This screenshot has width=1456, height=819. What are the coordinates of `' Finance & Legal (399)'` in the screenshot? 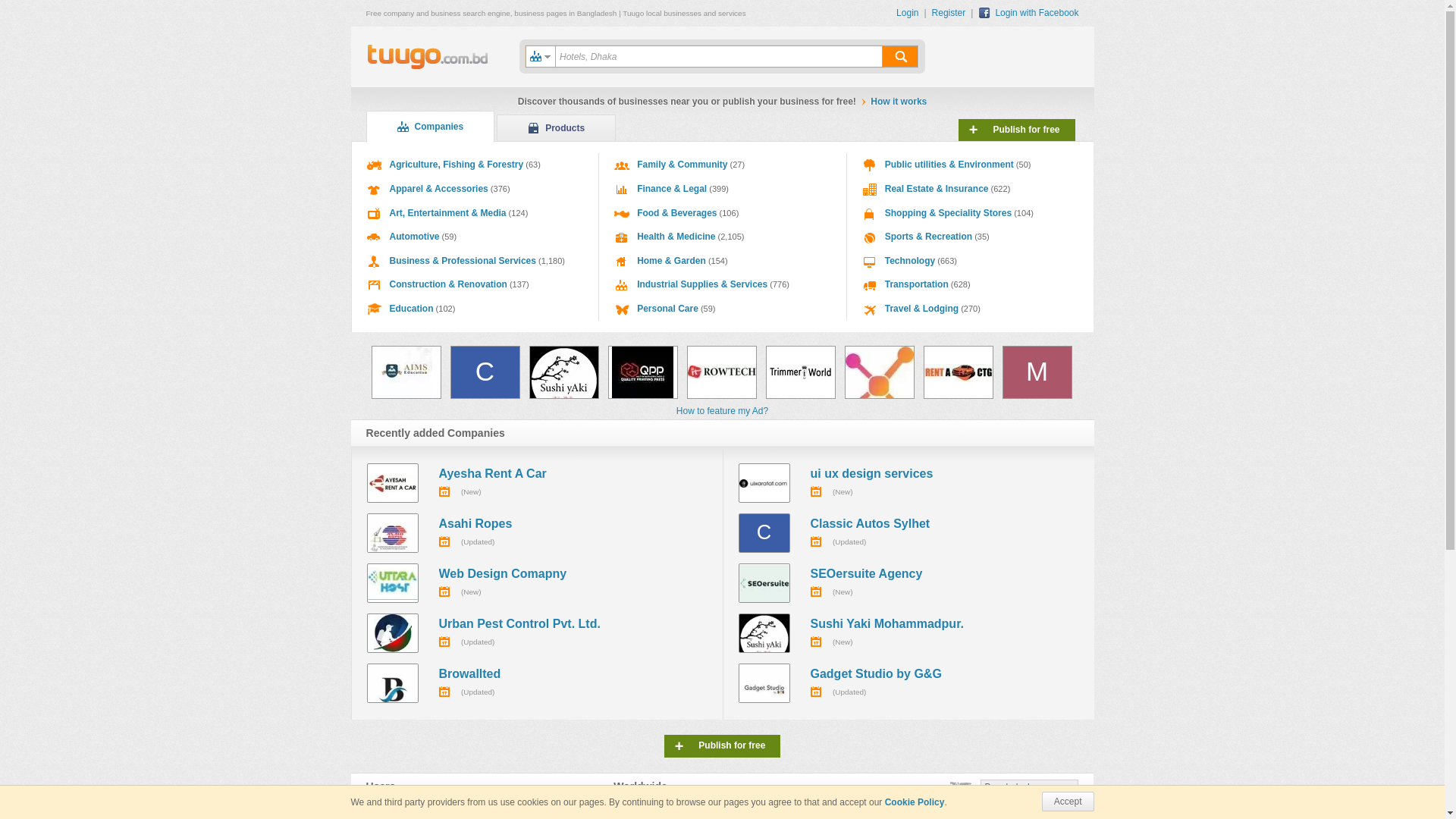 It's located at (722, 189).